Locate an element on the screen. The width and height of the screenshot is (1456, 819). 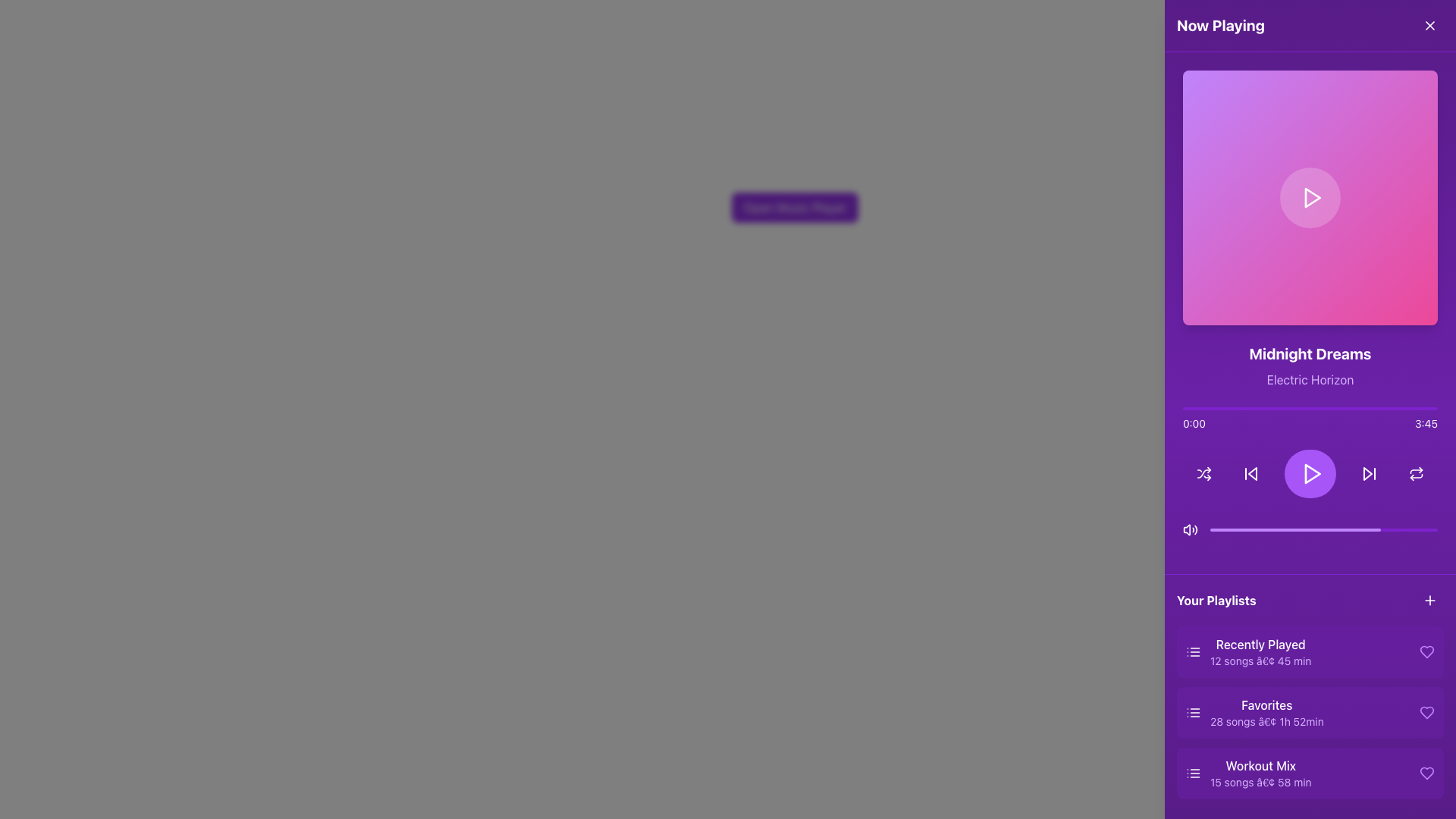
the static textual indicator that shows the timeline of the song, located in the 'Now Playing' section of the player interface is located at coordinates (1310, 424).